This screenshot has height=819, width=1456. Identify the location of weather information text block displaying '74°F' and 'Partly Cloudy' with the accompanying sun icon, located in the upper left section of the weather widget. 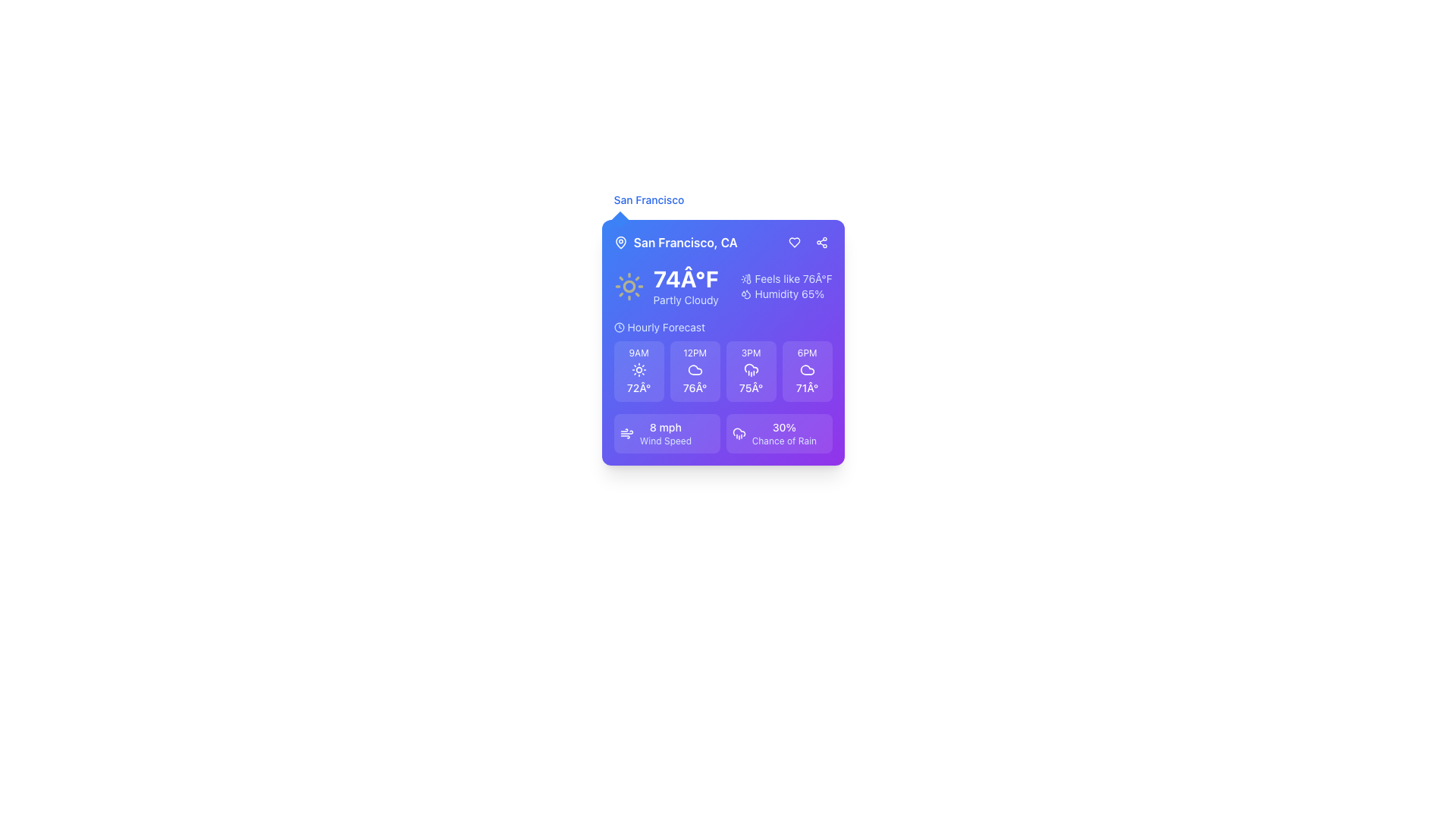
(666, 287).